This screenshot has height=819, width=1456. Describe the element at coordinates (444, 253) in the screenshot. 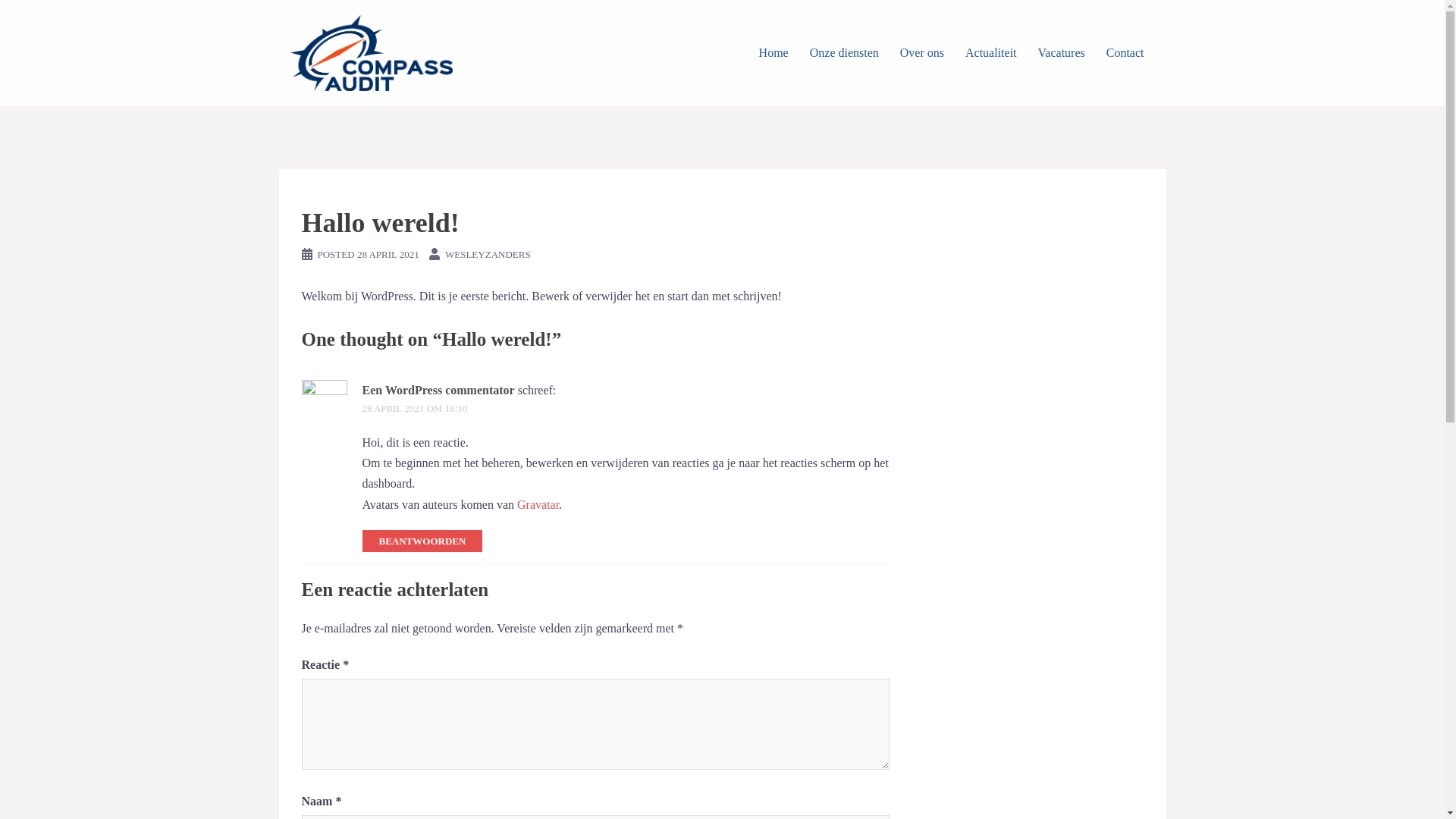

I see `'WESLEYZANDERS'` at that location.